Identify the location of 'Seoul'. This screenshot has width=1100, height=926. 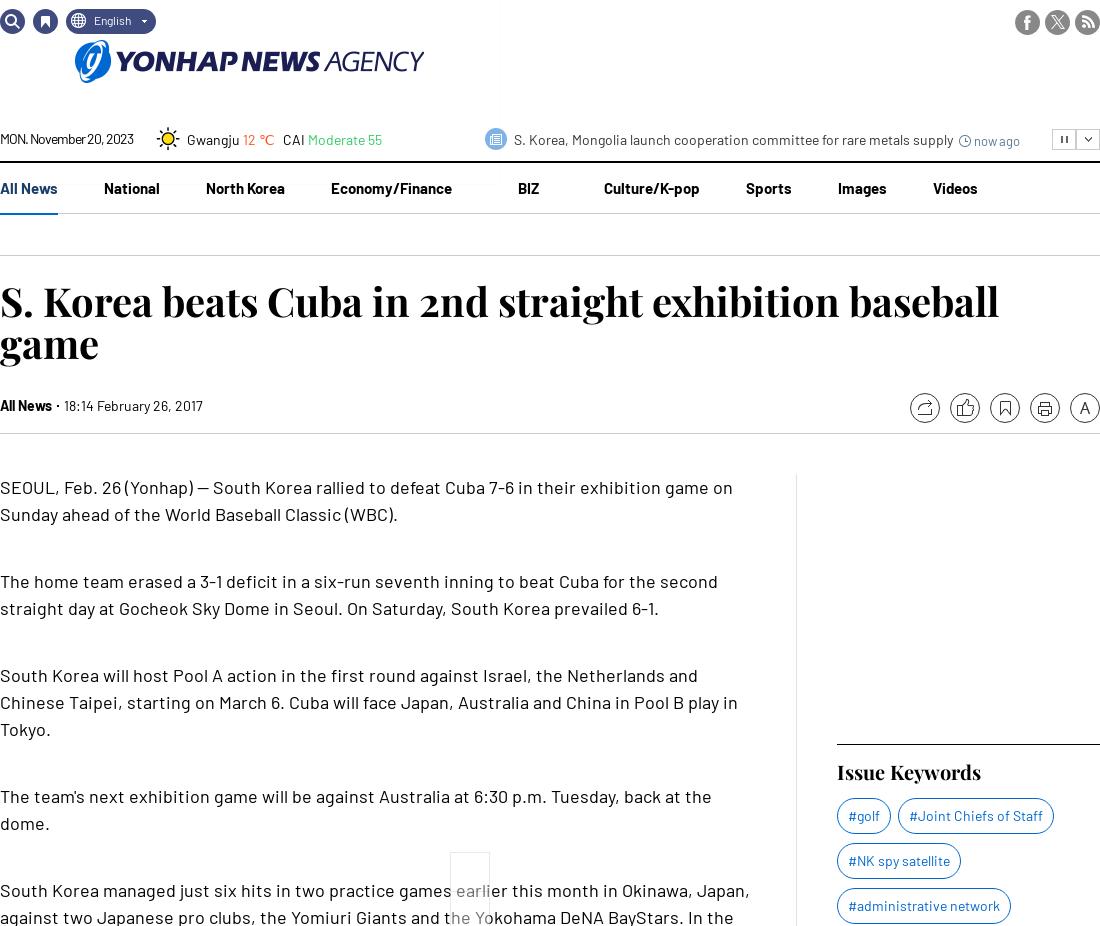
(203, 279).